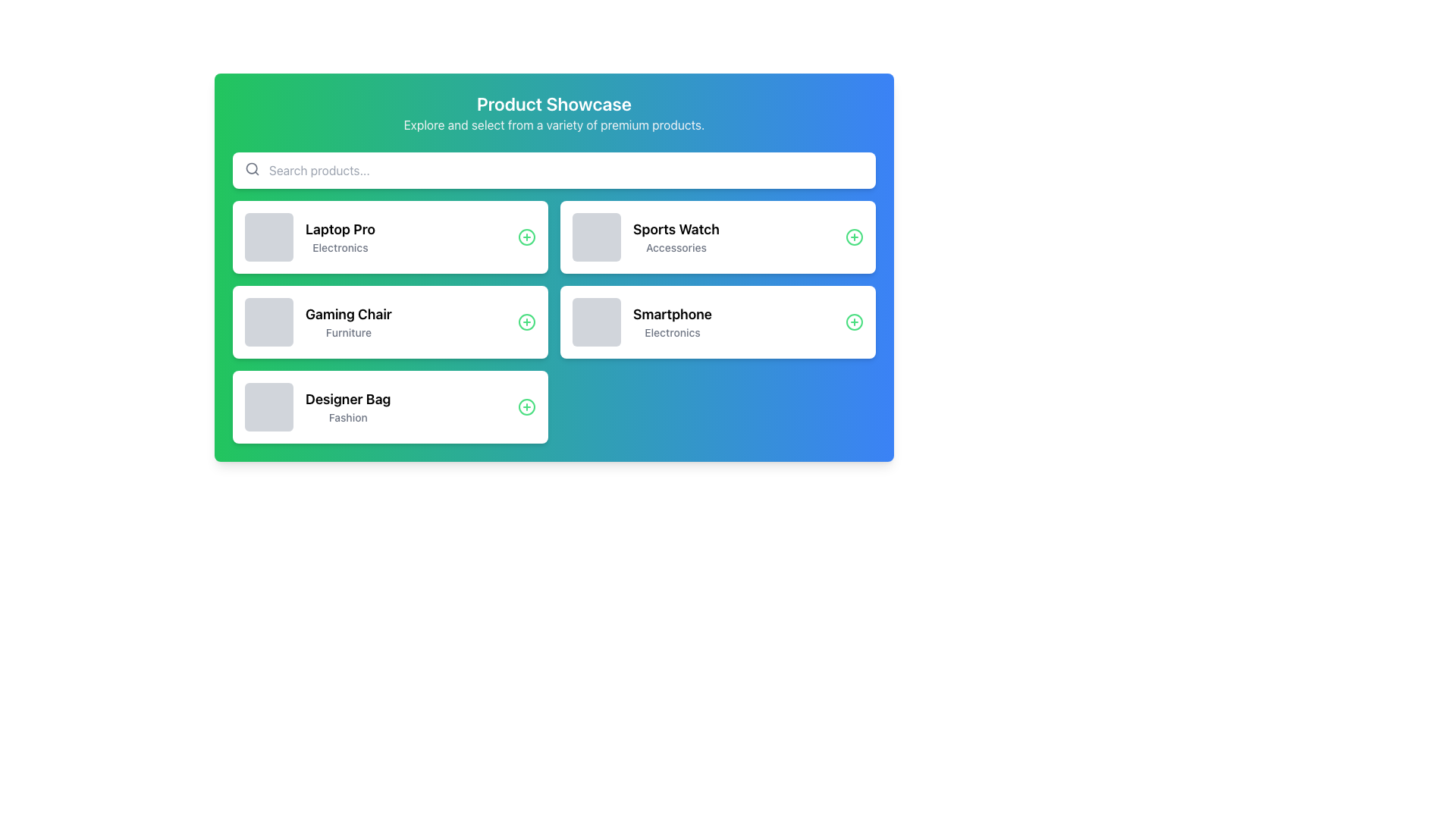 The width and height of the screenshot is (1456, 819). I want to click on the button located in the rightmost corner of the 'Laptop Pro' product card, so click(527, 237).